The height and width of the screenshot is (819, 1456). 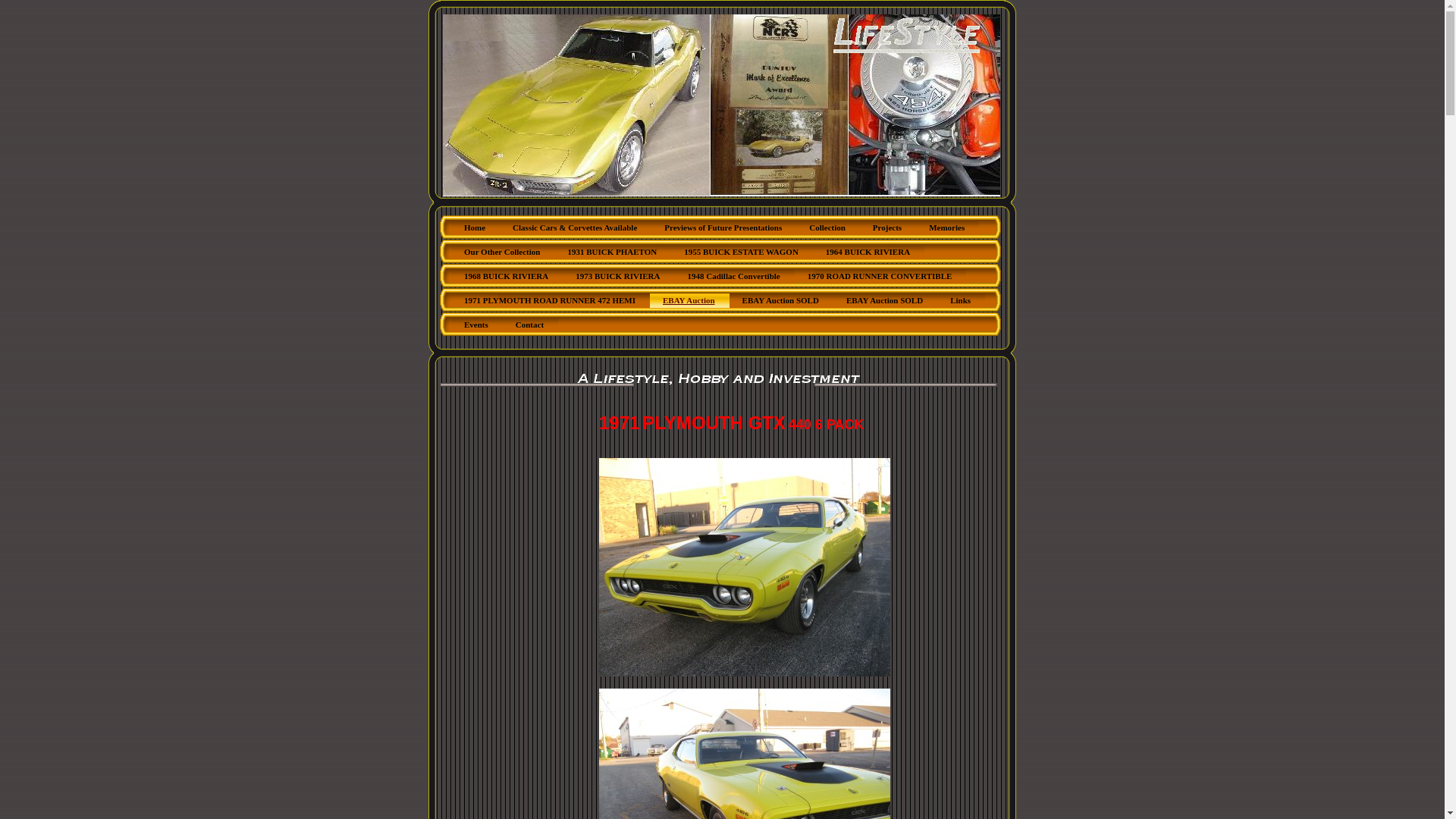 I want to click on 'Collection', so click(x=827, y=228).